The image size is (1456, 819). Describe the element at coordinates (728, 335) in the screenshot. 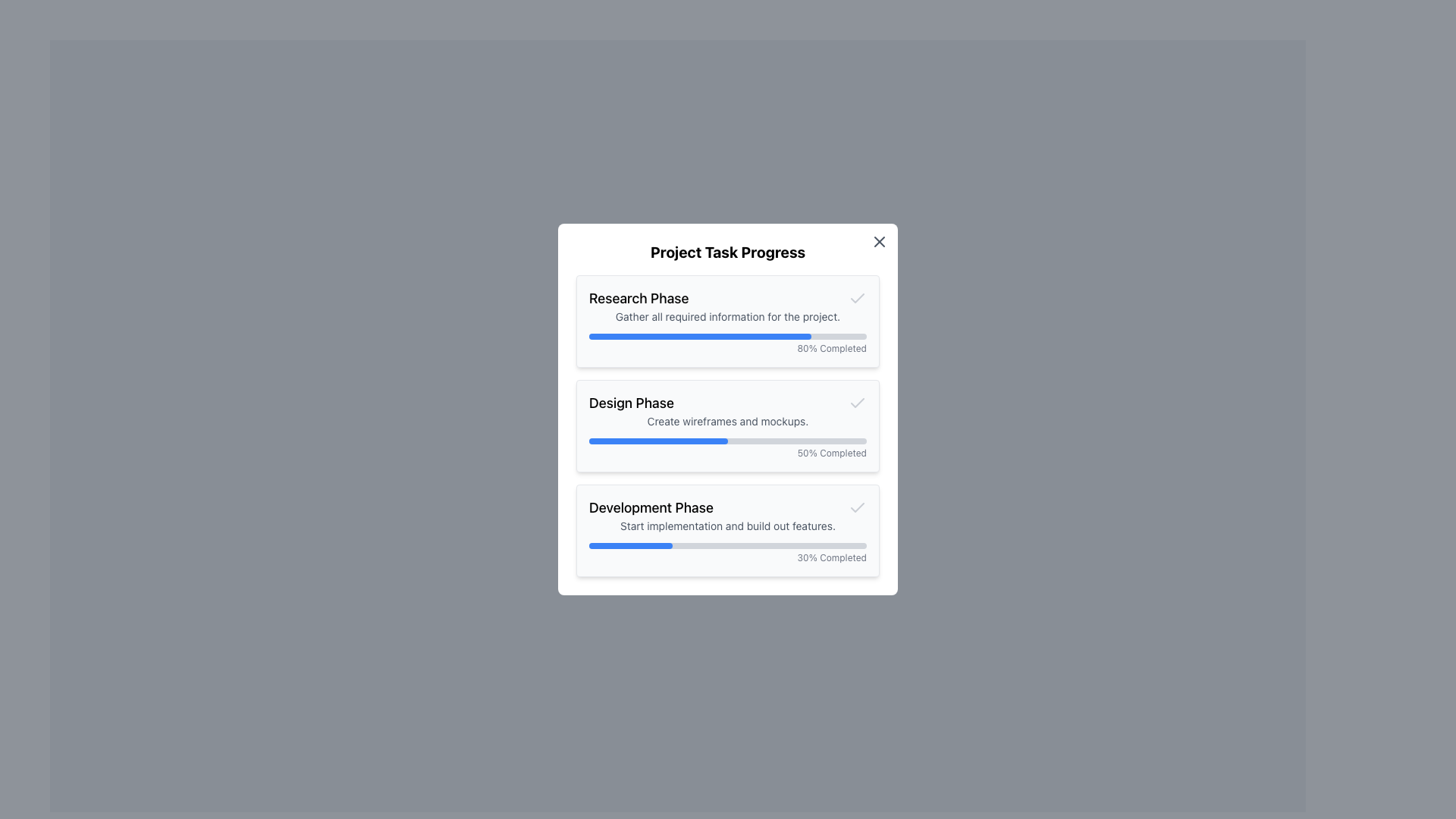

I see `the progress bar in the 'Research Phase' section of the 'Project Task Progress' interface, which is styled with a light gray background and filled with blue color covering 80% of its length` at that location.